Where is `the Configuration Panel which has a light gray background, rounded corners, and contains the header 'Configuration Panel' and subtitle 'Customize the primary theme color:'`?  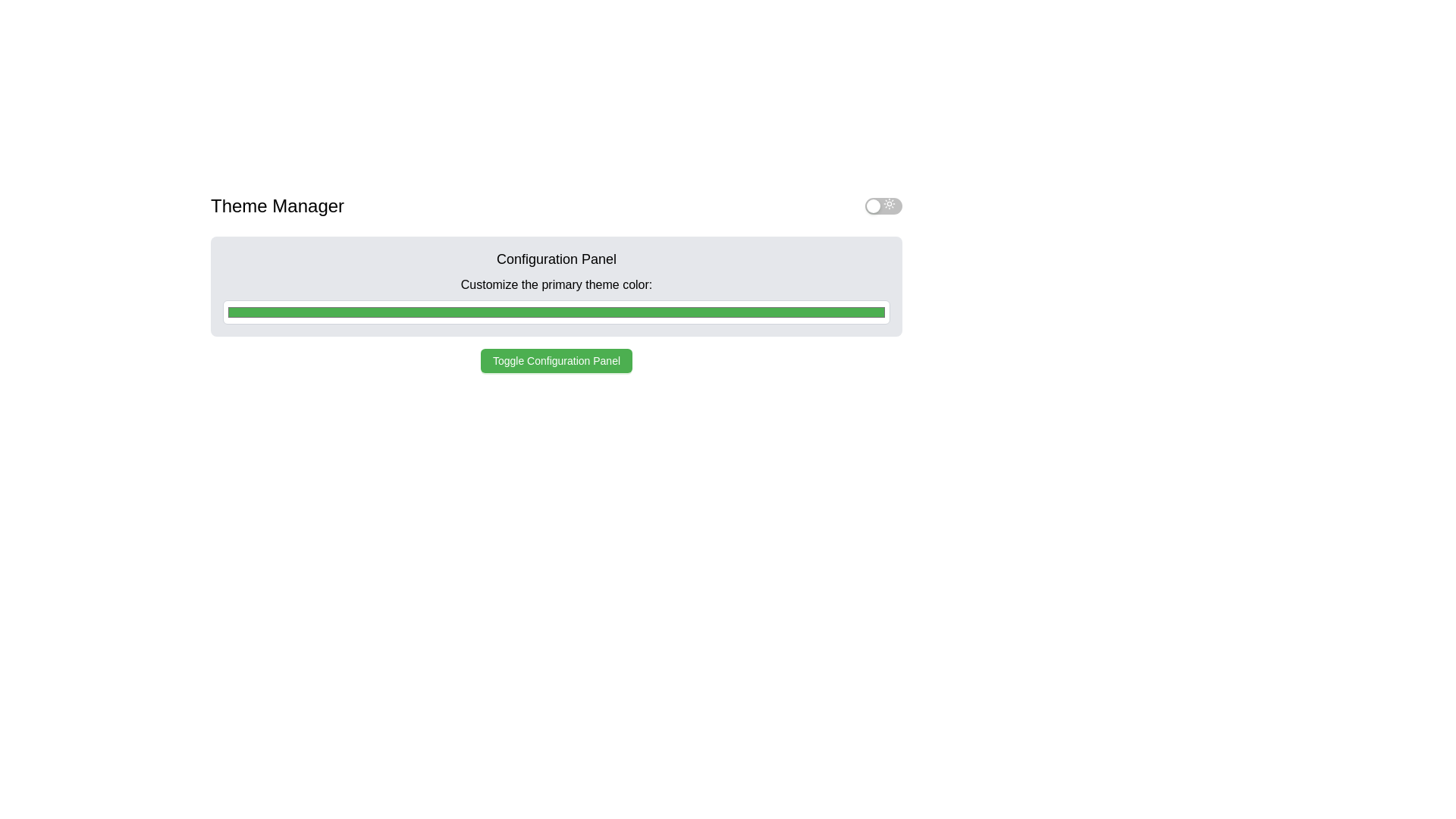 the Configuration Panel which has a light gray background, rounded corners, and contains the header 'Configuration Panel' and subtitle 'Customize the primary theme color:' is located at coordinates (556, 287).